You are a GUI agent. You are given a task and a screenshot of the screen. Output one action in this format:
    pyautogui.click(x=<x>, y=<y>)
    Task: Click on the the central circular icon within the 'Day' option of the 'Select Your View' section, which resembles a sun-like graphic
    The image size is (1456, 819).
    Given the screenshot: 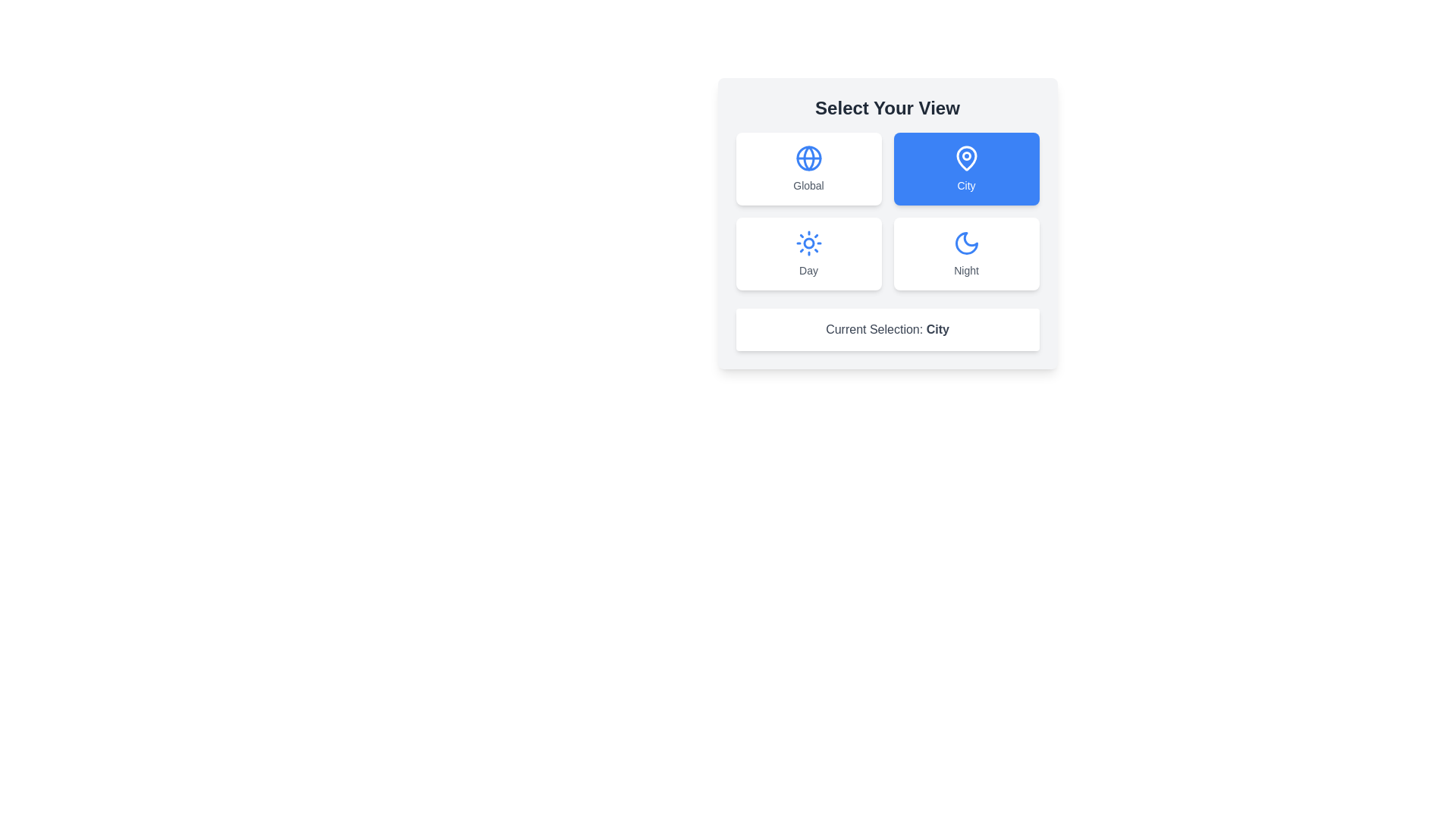 What is the action you would take?
    pyautogui.click(x=808, y=242)
    